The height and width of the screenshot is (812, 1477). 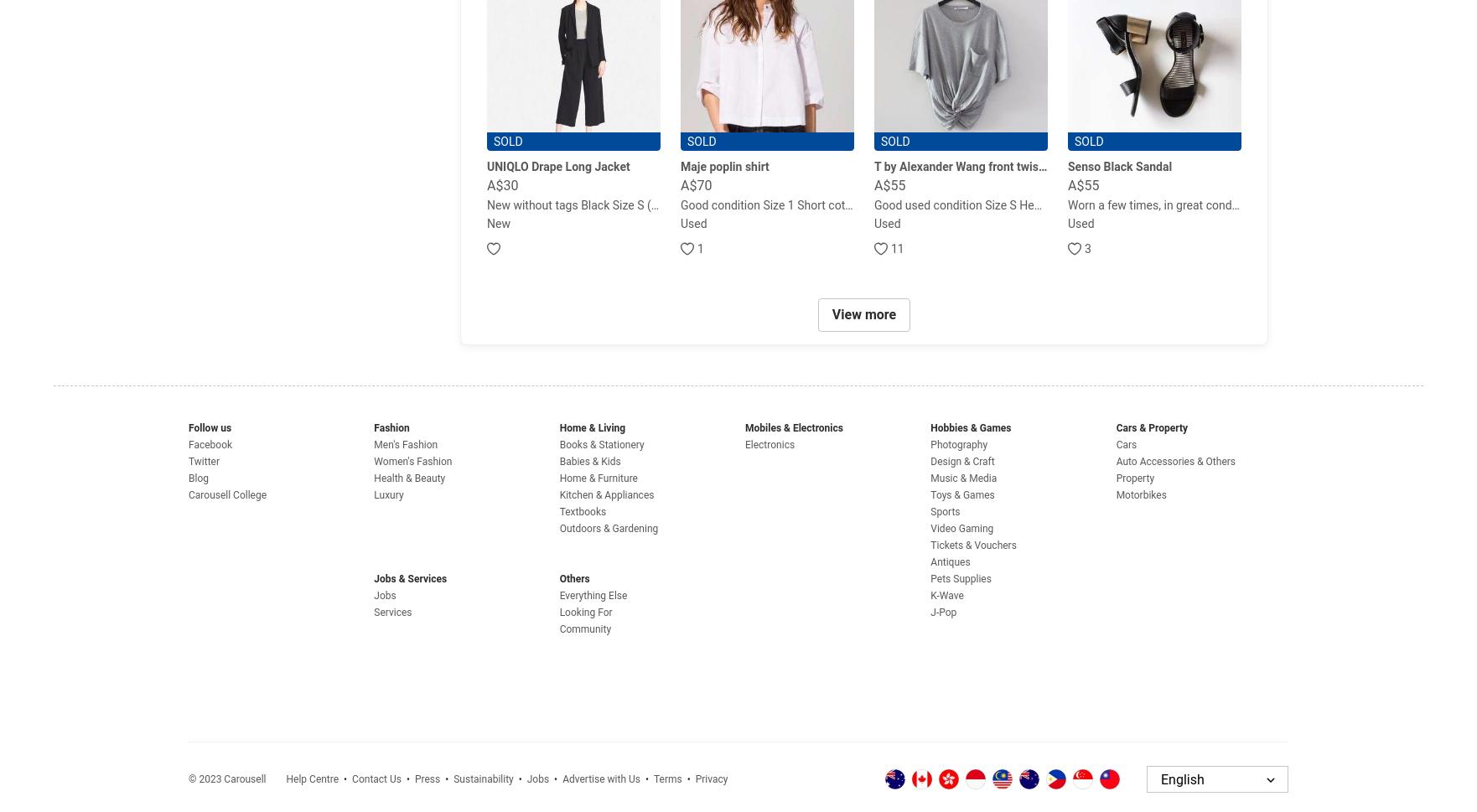 What do you see at coordinates (723, 167) in the screenshot?
I see `'Maje poplin shirt'` at bounding box center [723, 167].